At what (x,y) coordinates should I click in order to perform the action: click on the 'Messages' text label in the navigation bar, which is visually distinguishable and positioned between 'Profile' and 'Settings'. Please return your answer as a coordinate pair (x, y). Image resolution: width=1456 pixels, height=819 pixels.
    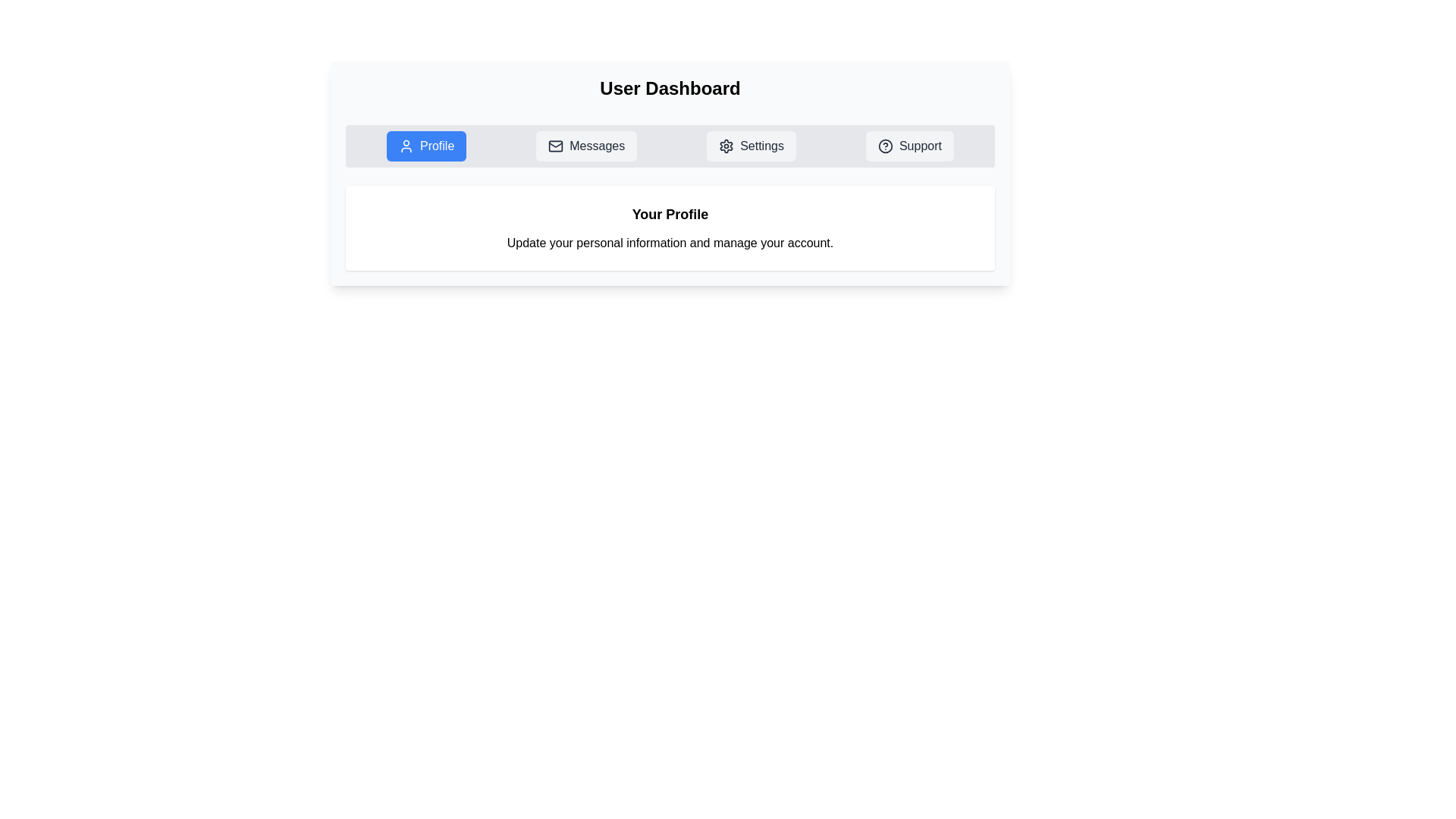
    Looking at the image, I should click on (596, 146).